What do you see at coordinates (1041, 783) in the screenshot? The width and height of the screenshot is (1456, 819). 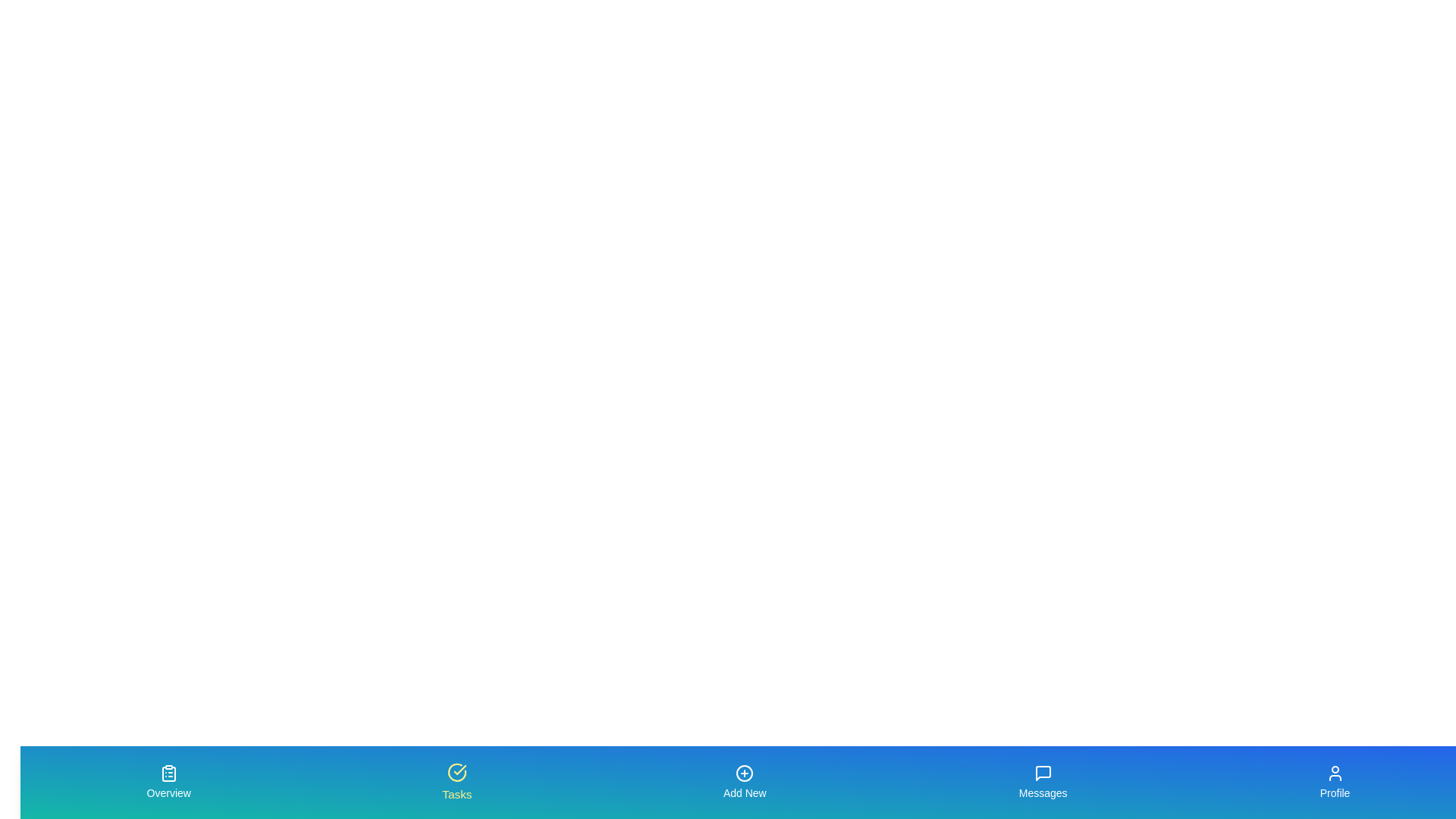 I see `the tab Messages by clicking on its button` at bounding box center [1041, 783].